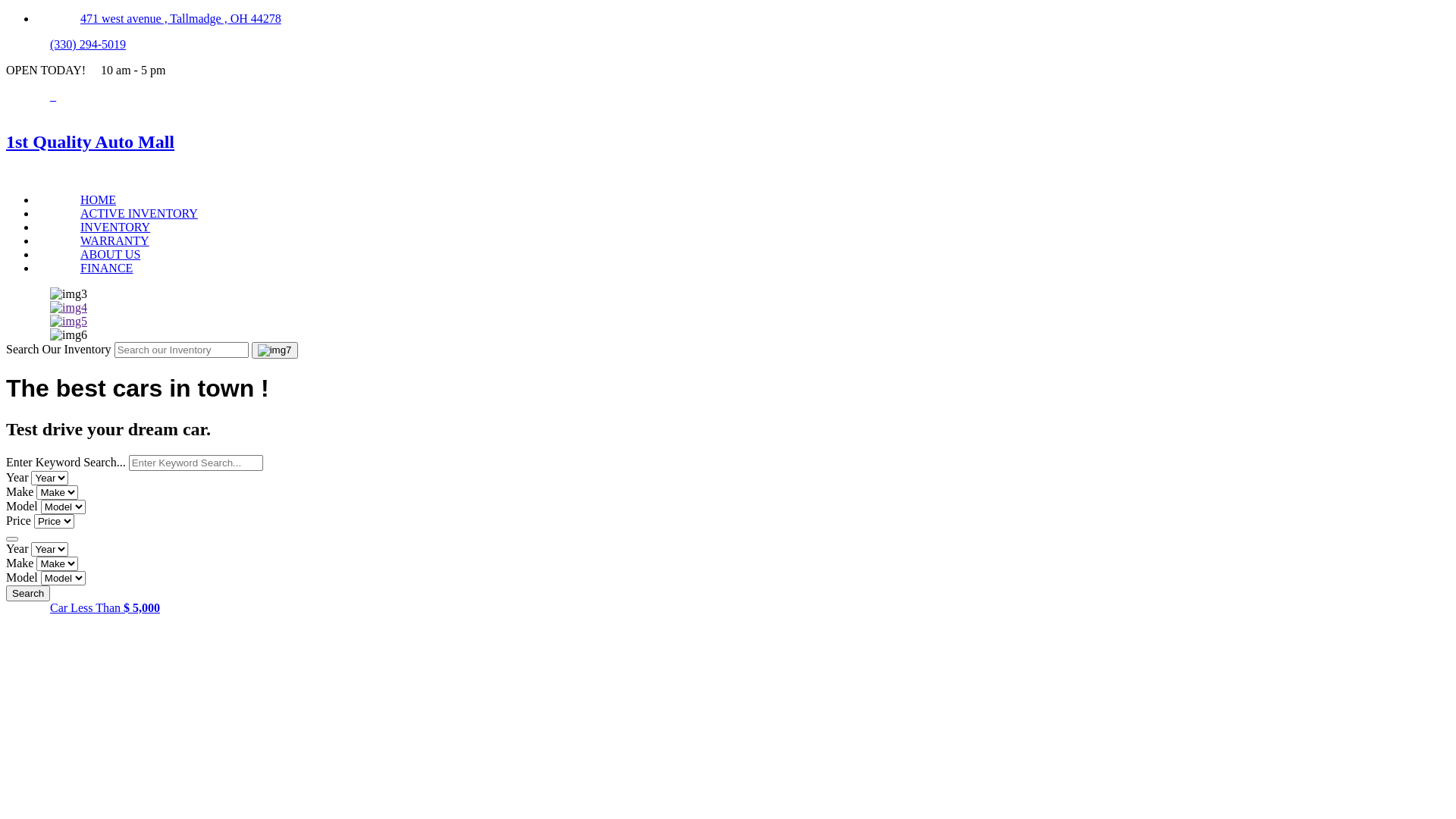  What do you see at coordinates (109, 253) in the screenshot?
I see `'ABOUT US'` at bounding box center [109, 253].